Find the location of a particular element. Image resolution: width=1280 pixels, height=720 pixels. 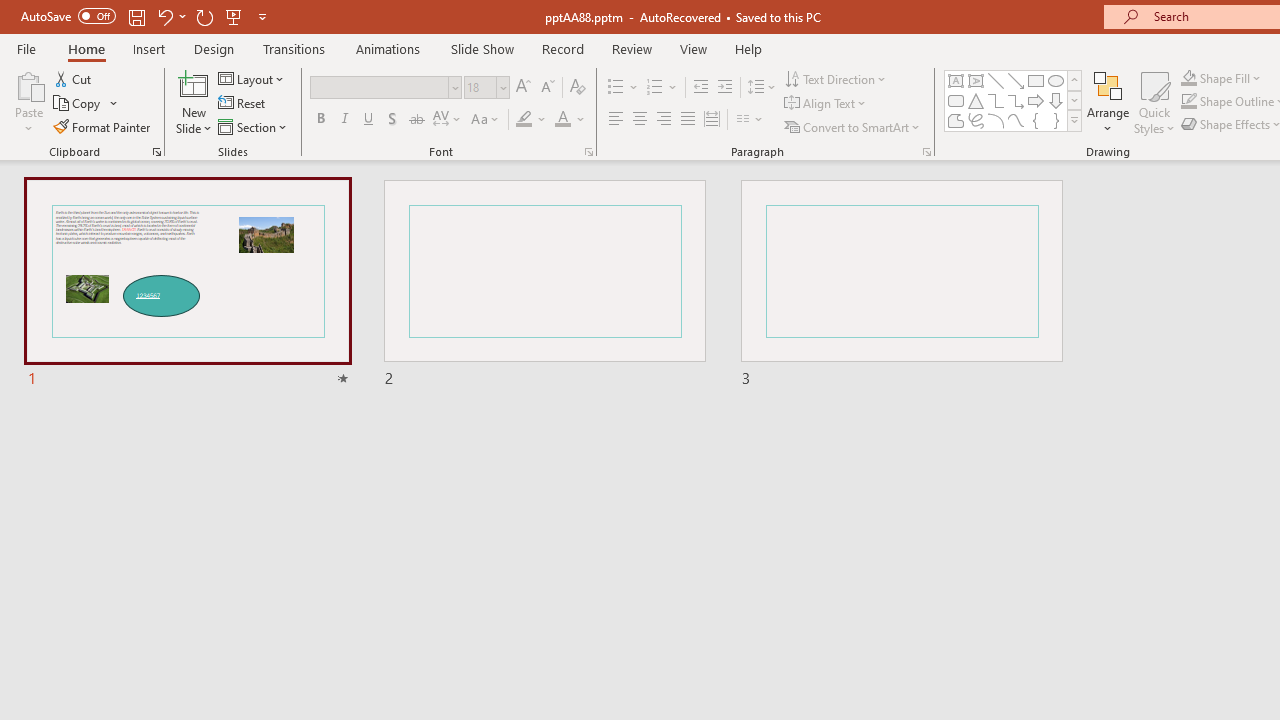

'Paragraph...' is located at coordinates (925, 150).